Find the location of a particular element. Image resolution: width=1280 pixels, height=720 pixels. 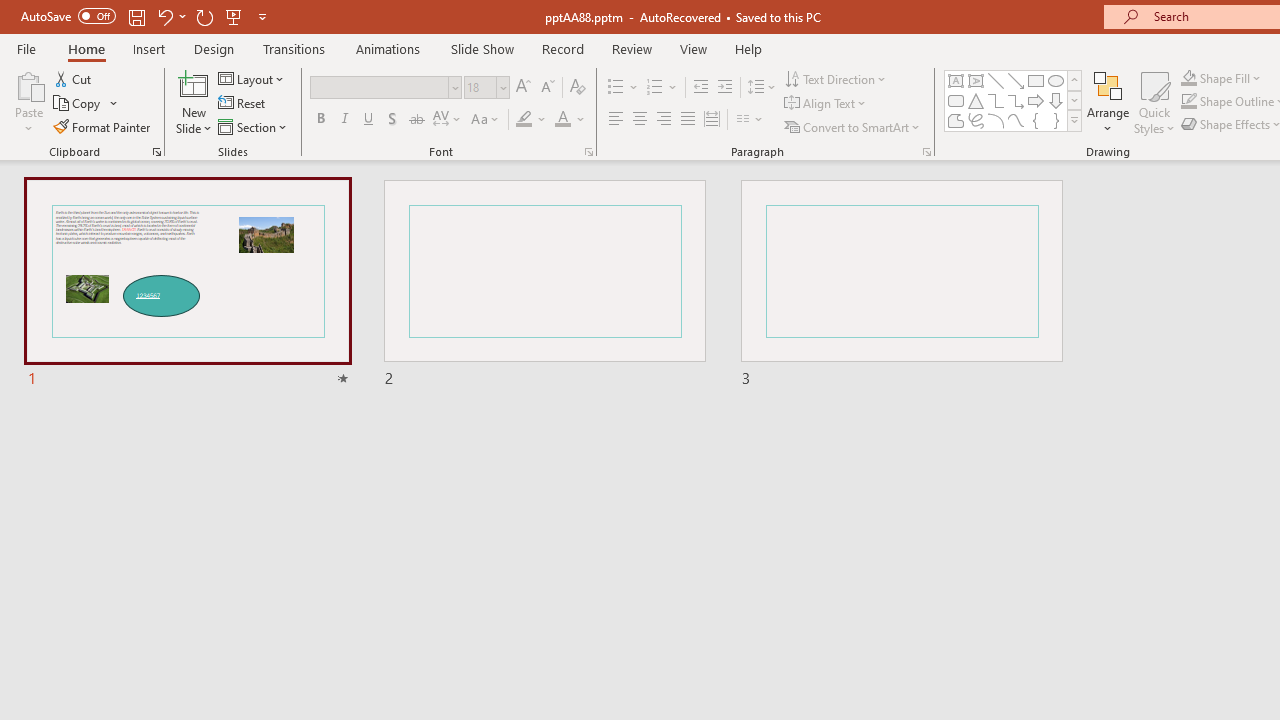

'Paragraph...' is located at coordinates (925, 150).